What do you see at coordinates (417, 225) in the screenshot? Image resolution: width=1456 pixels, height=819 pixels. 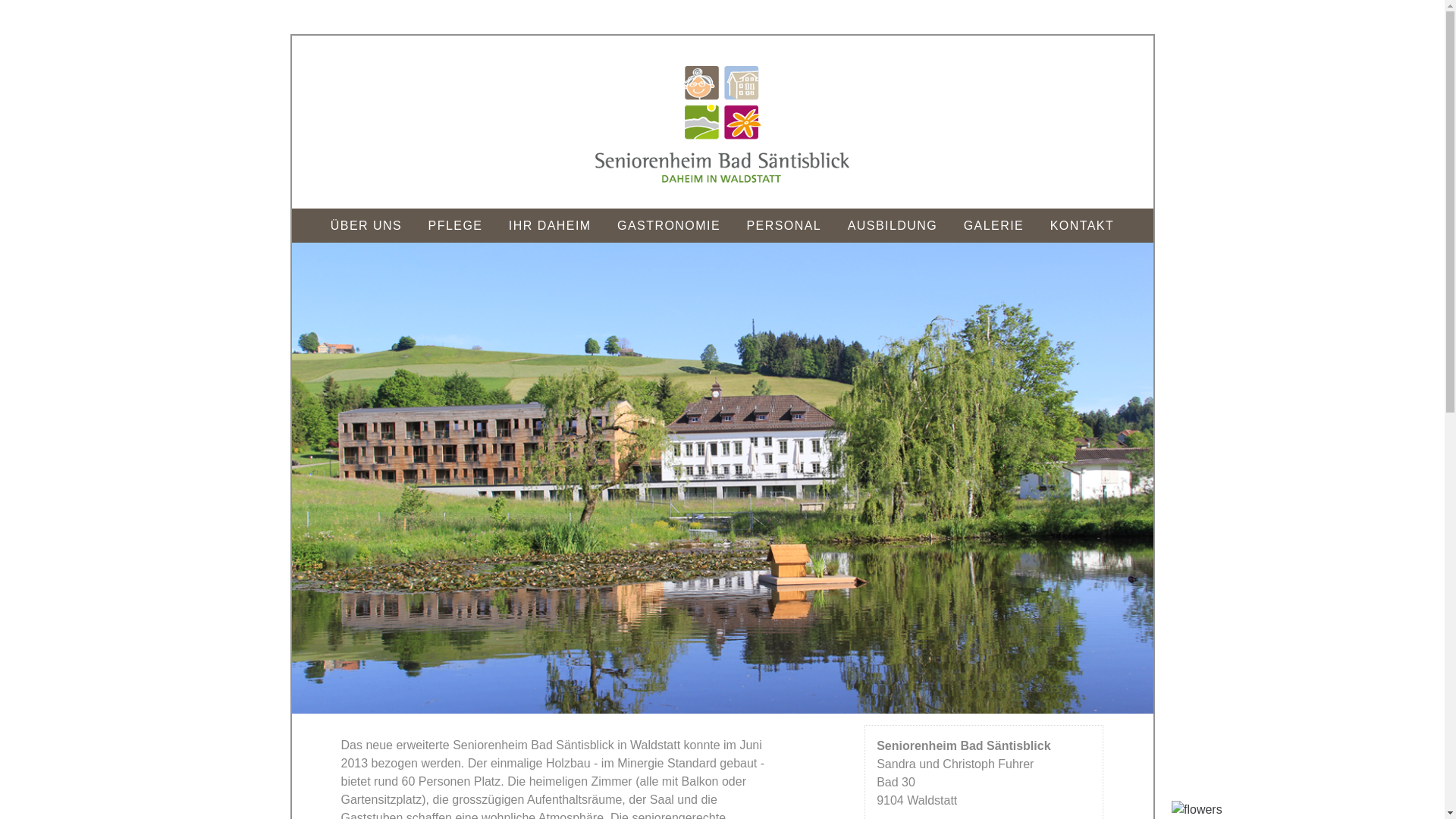 I see `'PFLEGE'` at bounding box center [417, 225].